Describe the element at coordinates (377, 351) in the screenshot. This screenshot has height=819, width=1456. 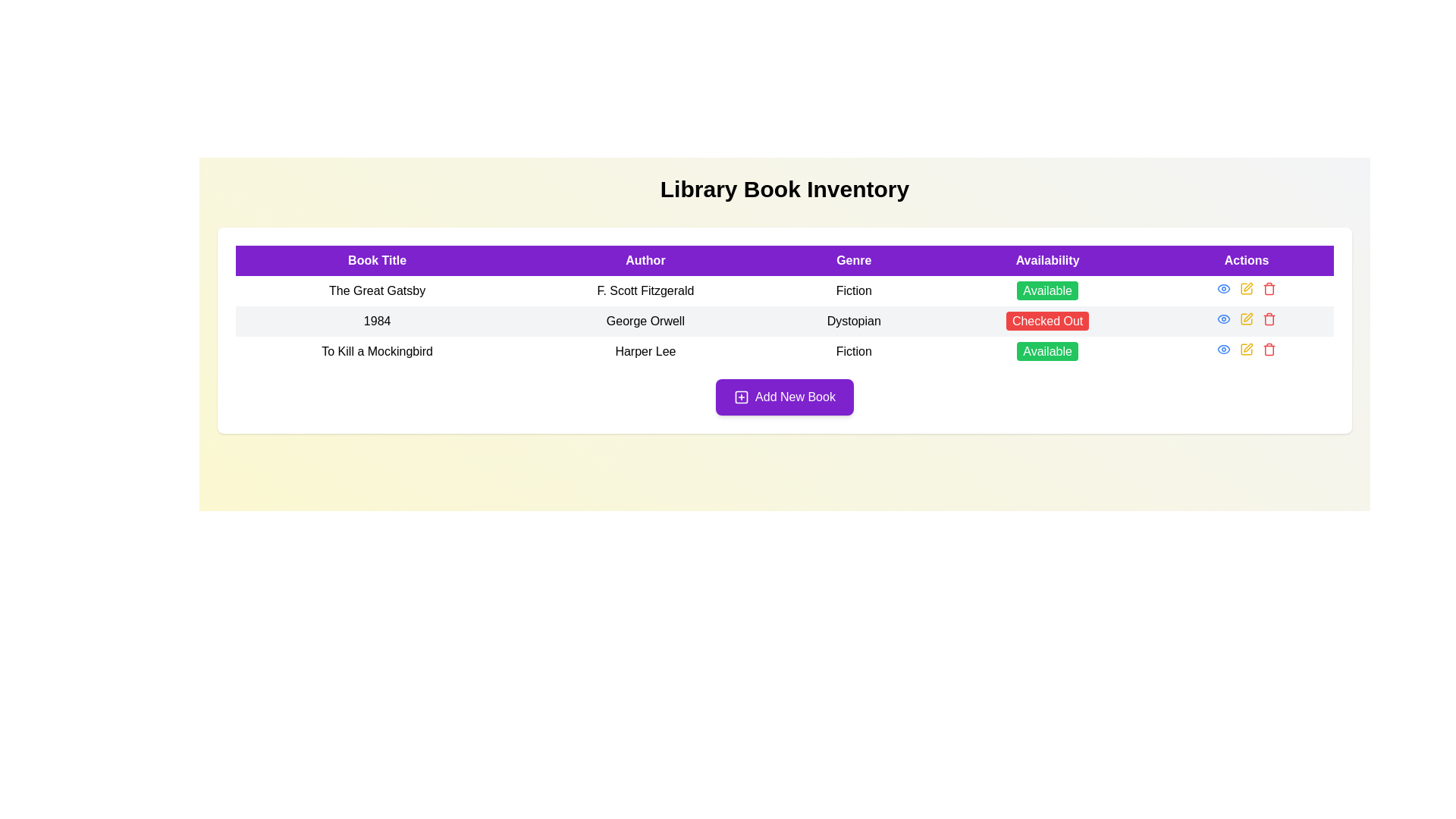
I see `the static label indicating the title of a book in the inventory, located in the 'Book Title' column of the third row of a table` at that location.